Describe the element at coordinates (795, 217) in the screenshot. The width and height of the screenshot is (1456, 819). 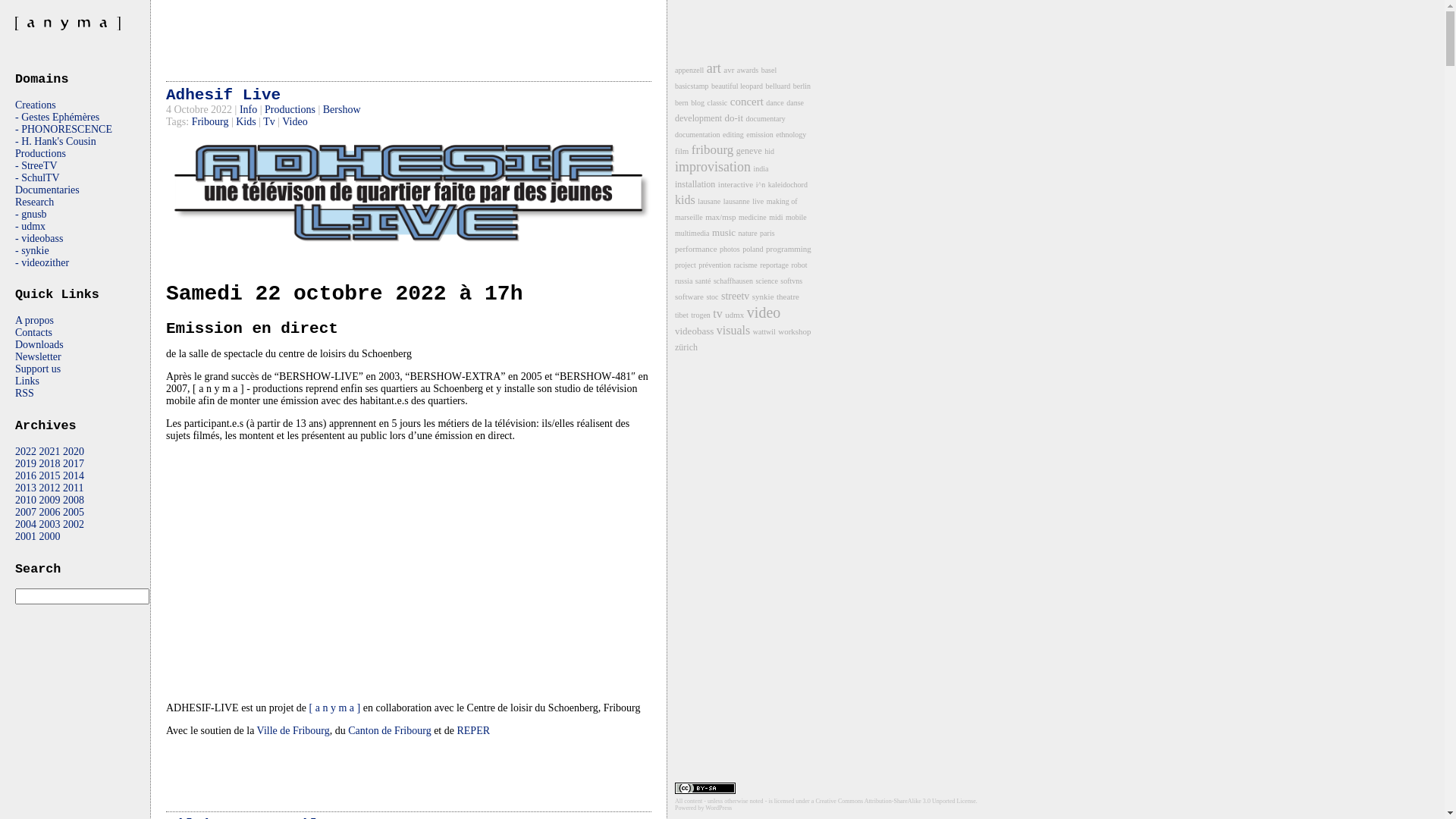
I see `'mobile'` at that location.